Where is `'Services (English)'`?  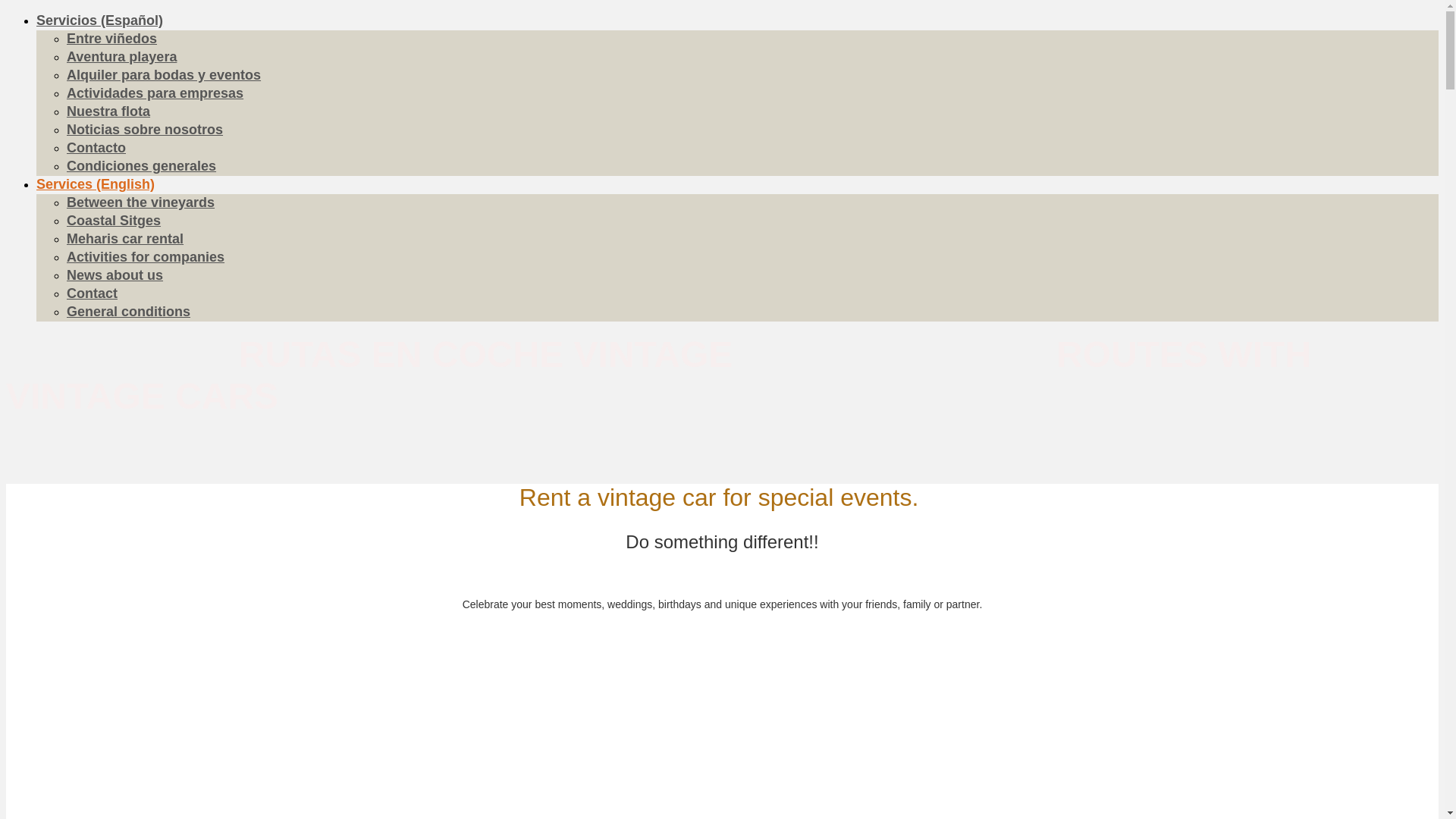 'Services (English)' is located at coordinates (94, 184).